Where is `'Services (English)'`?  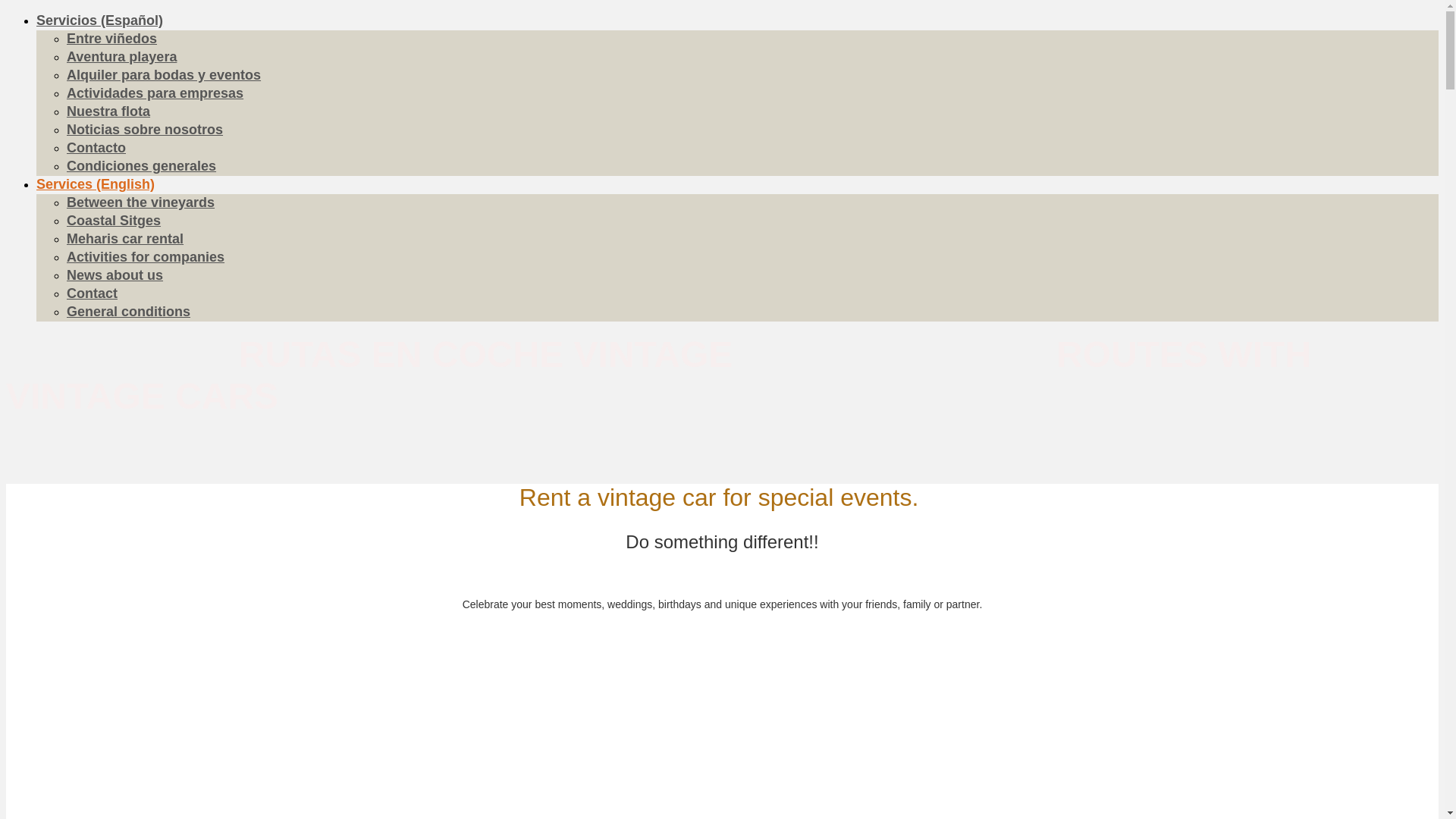 'Services (English)' is located at coordinates (94, 184).